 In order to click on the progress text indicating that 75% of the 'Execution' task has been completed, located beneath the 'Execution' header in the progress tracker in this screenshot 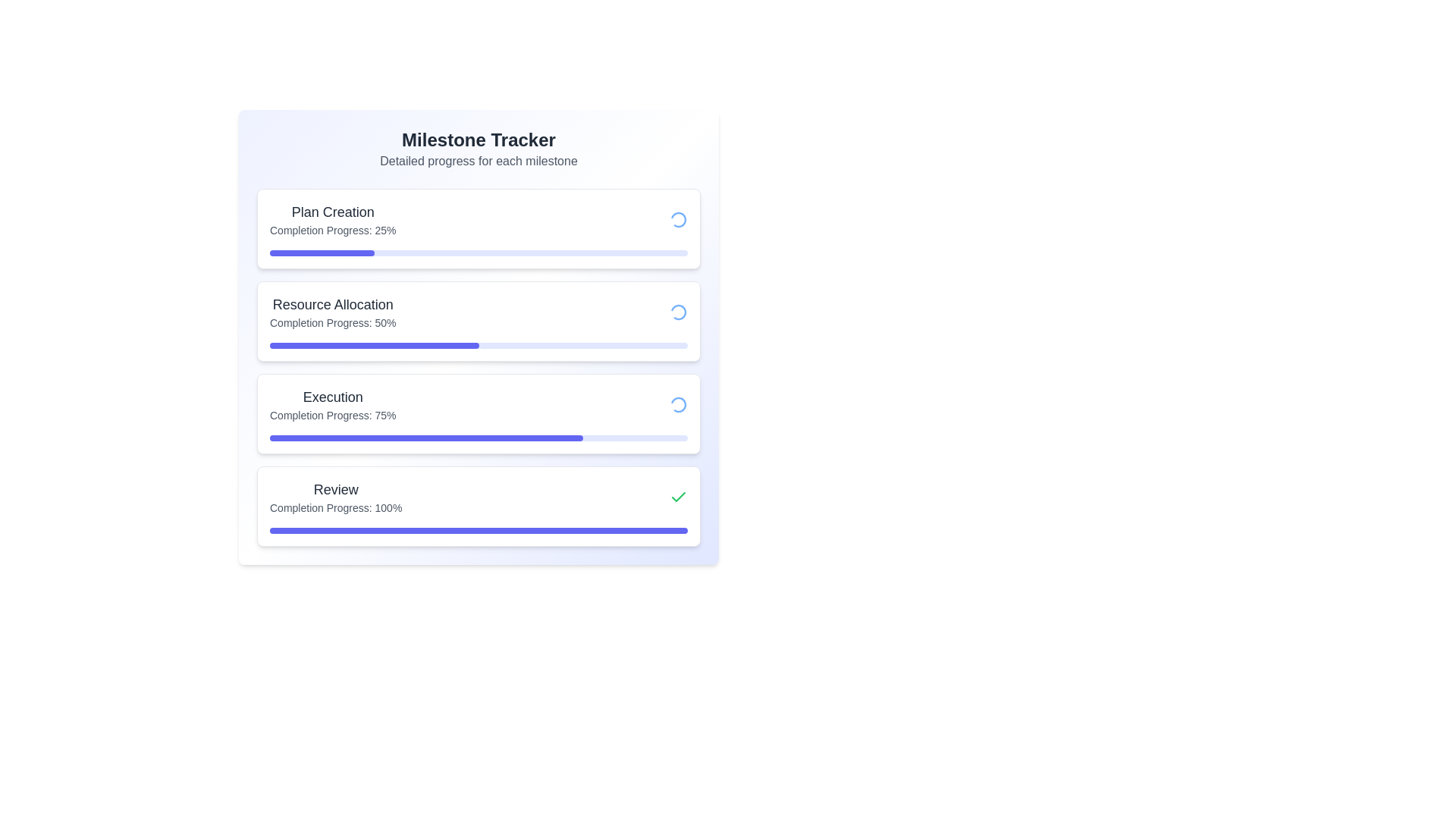, I will do `click(332, 415)`.